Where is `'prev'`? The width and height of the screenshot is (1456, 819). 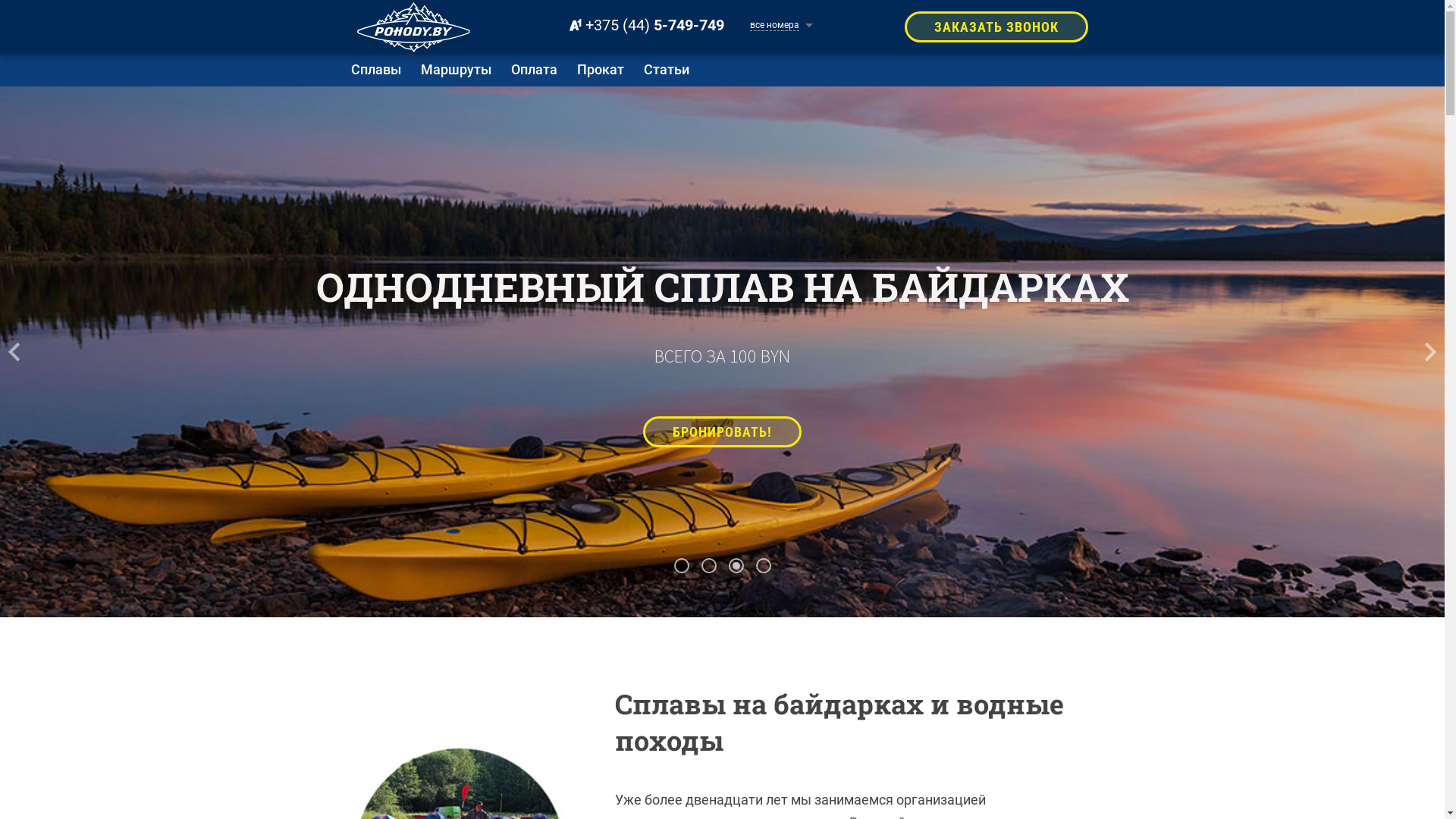
'prev' is located at coordinates (26, 351).